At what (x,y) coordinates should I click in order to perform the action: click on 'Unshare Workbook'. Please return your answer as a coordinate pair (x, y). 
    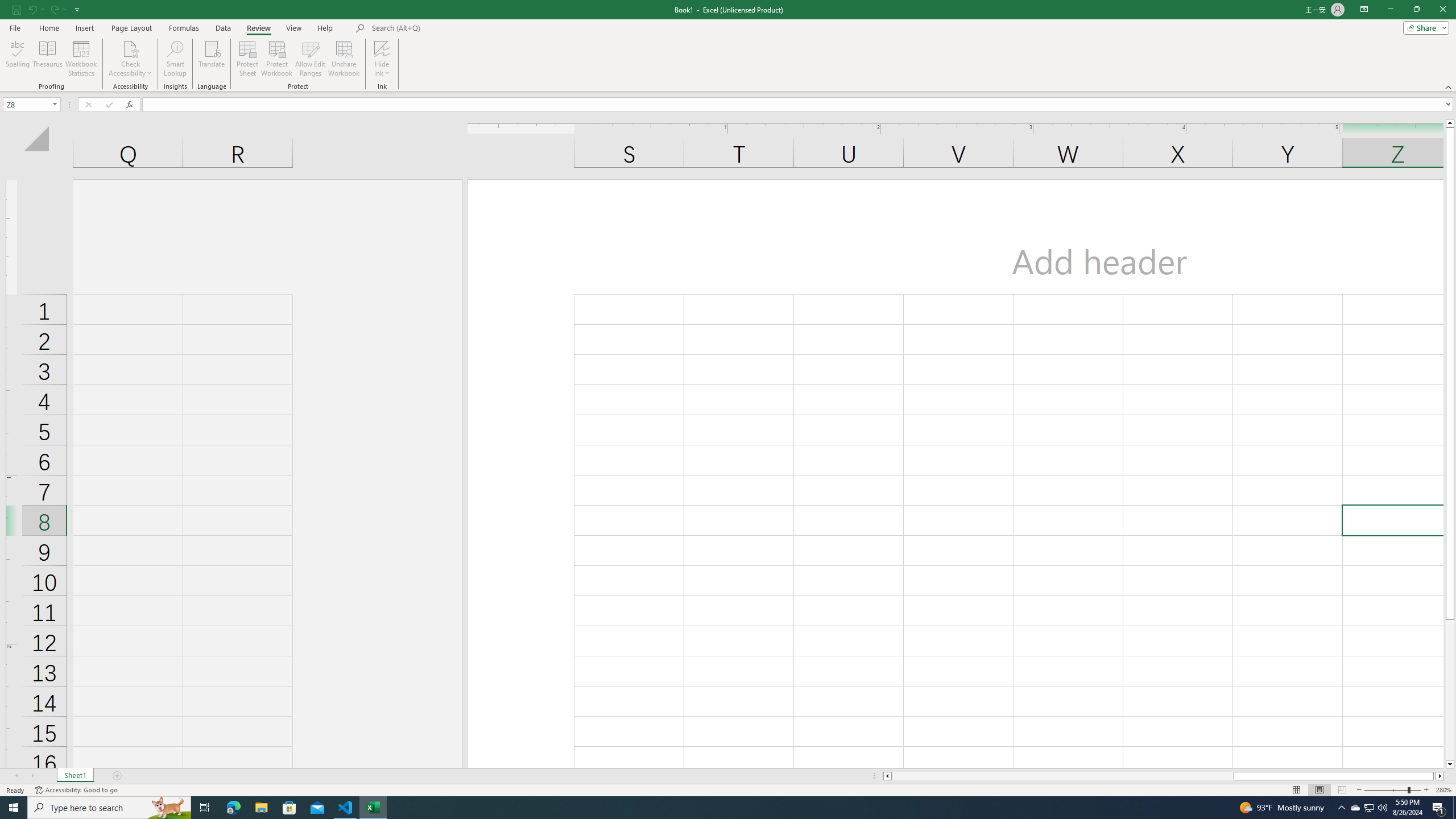
    Looking at the image, I should click on (344, 59).